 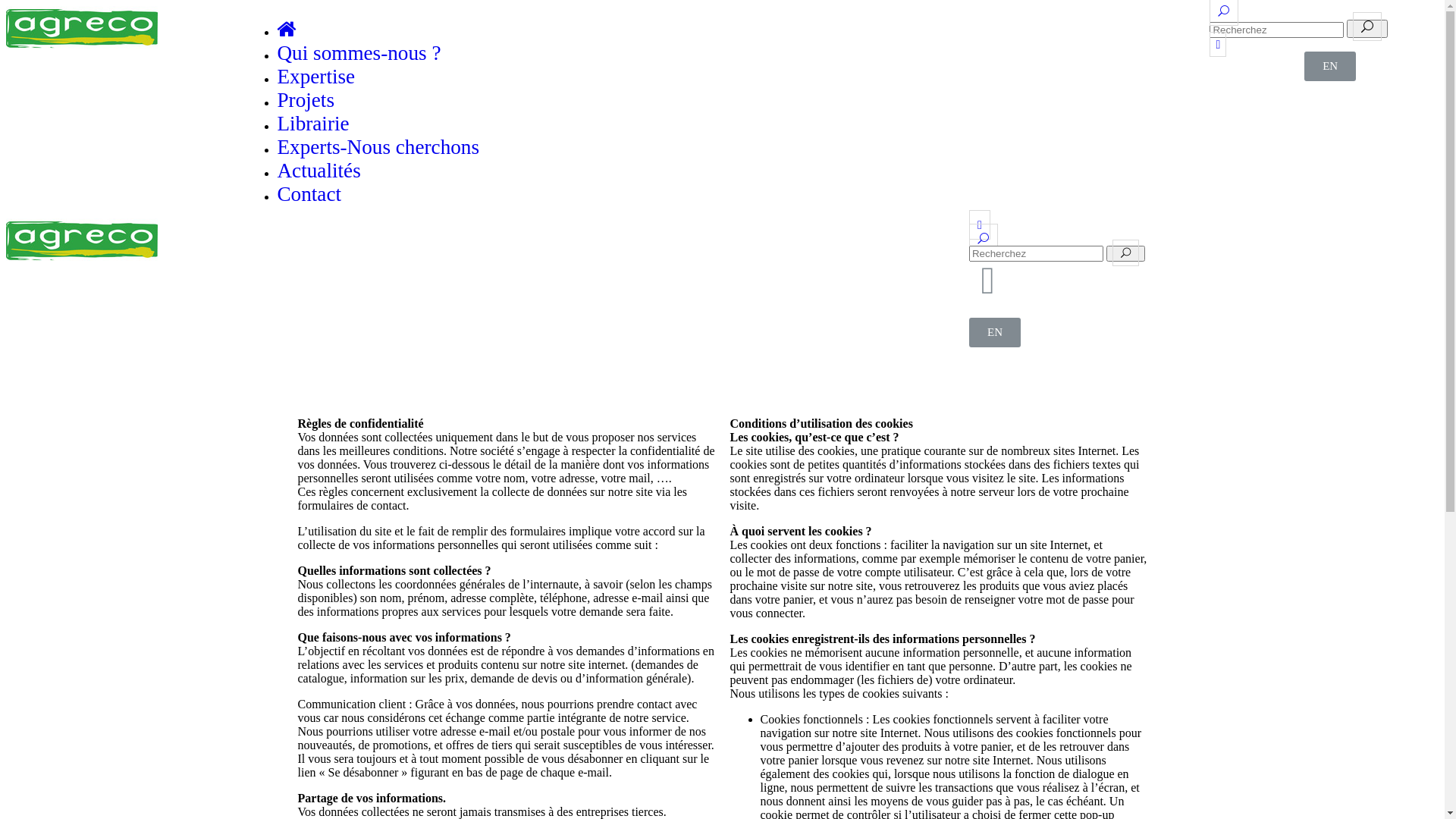 I want to click on 'Contact', so click(x=55, y=309).